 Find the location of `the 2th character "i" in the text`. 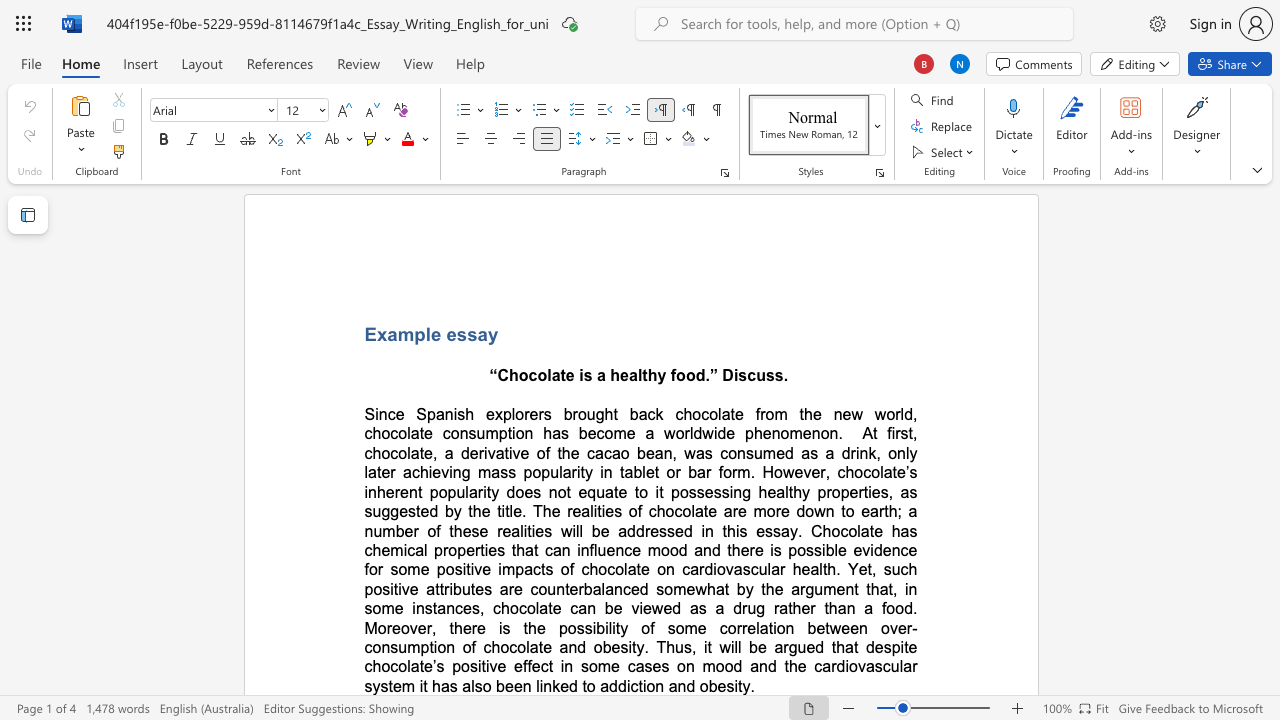

the 2th character "i" in the text is located at coordinates (735, 375).